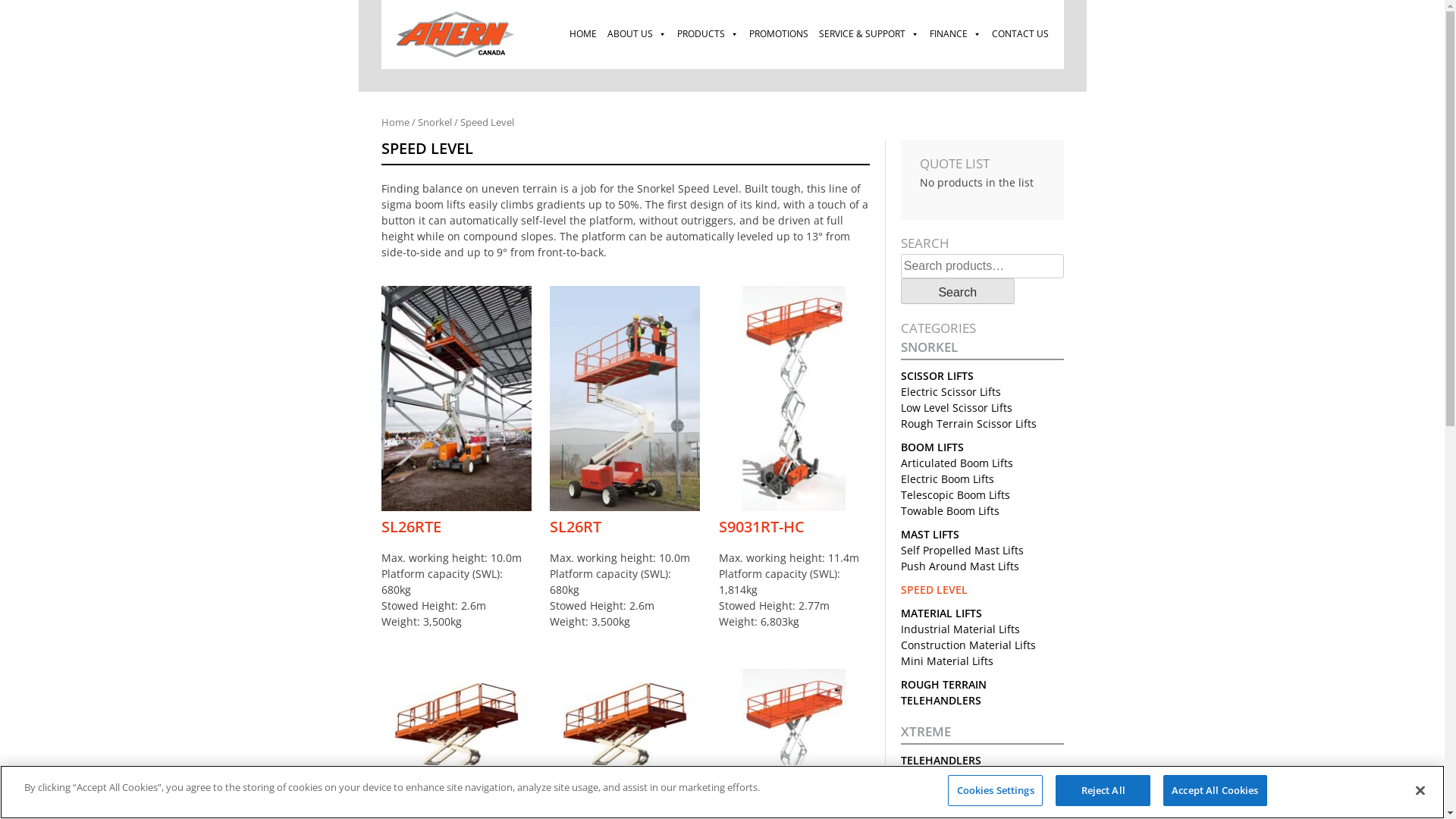 The image size is (1456, 819). What do you see at coordinates (1103, 789) in the screenshot?
I see `'Reject All'` at bounding box center [1103, 789].